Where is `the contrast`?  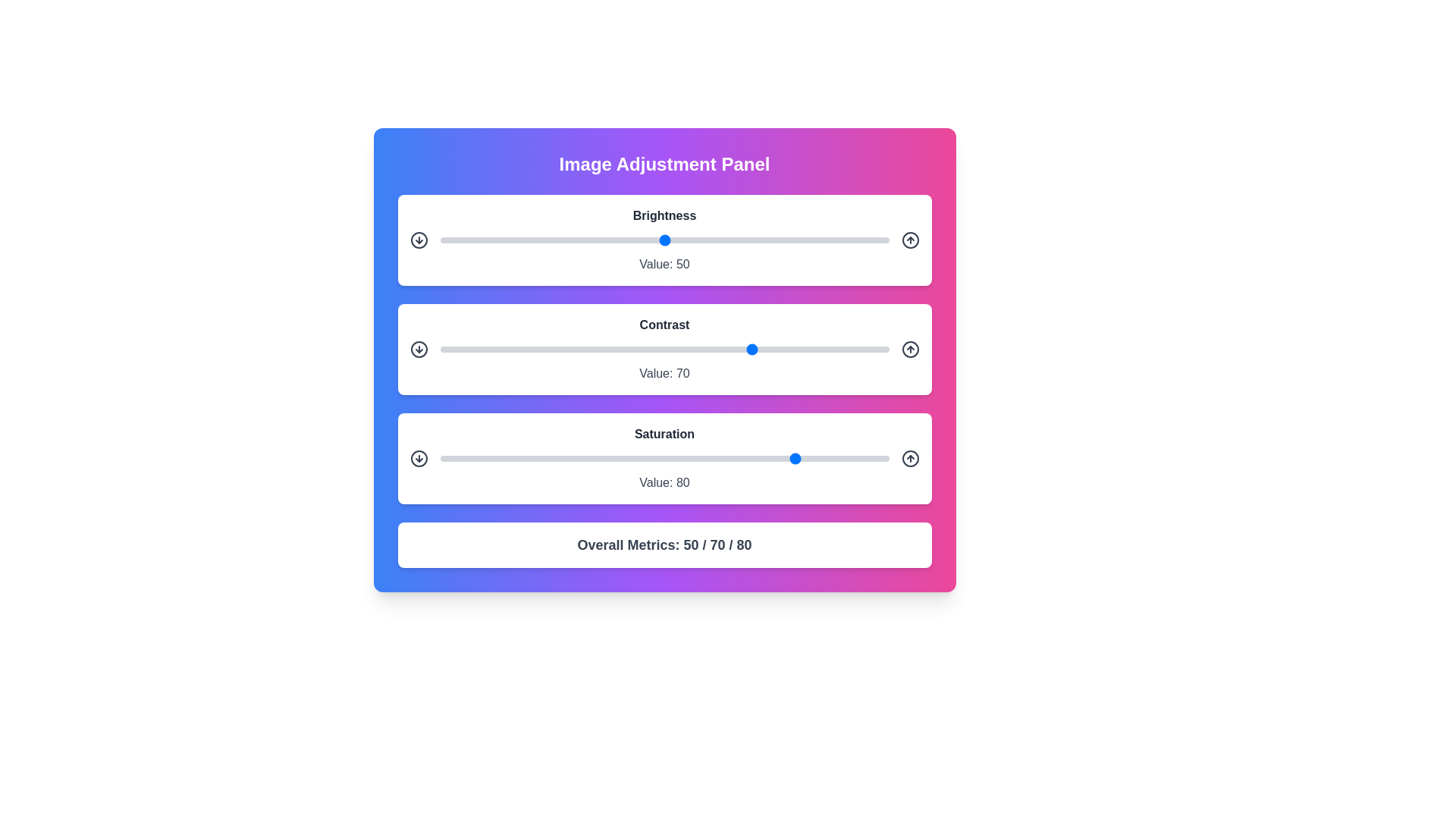
the contrast is located at coordinates (507, 350).